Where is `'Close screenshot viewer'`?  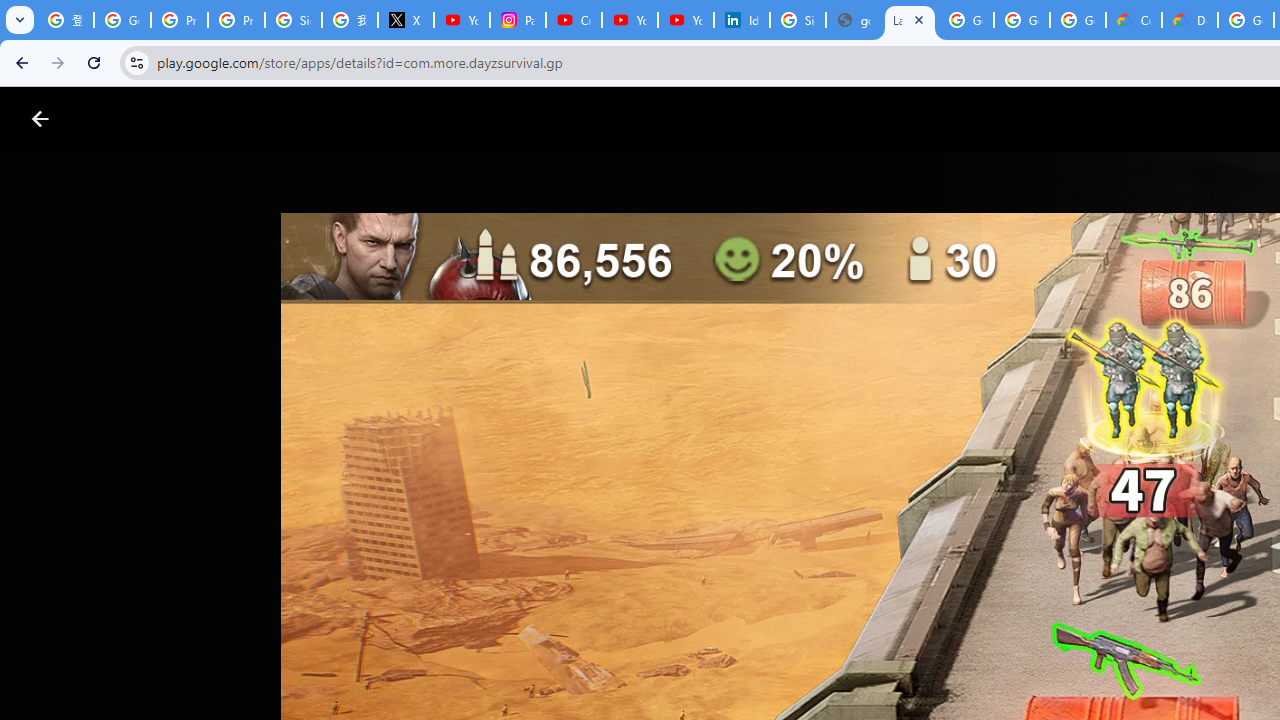 'Close screenshot viewer' is located at coordinates (39, 119).